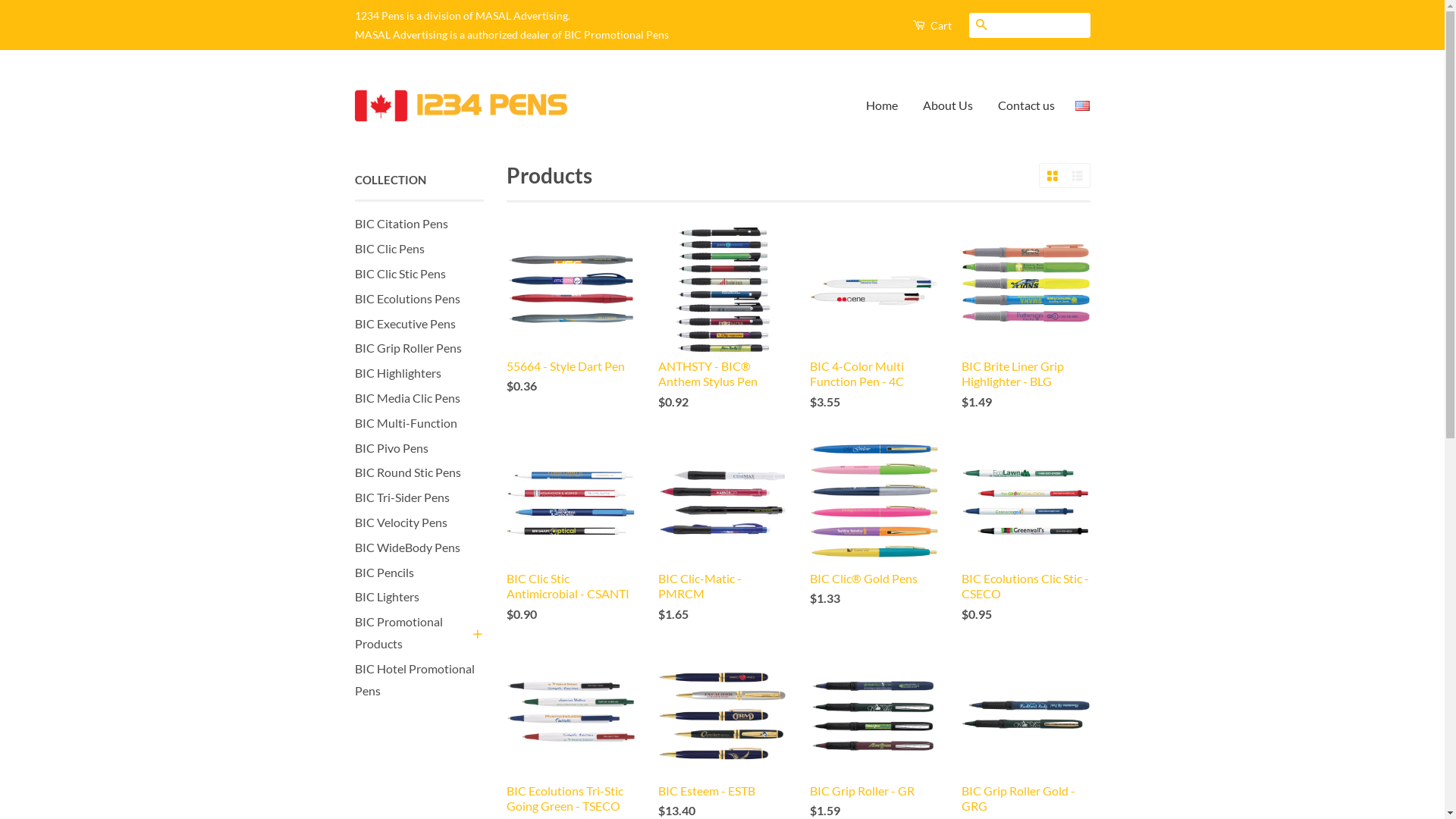  I want to click on 'Contact us', so click(1020, 105).